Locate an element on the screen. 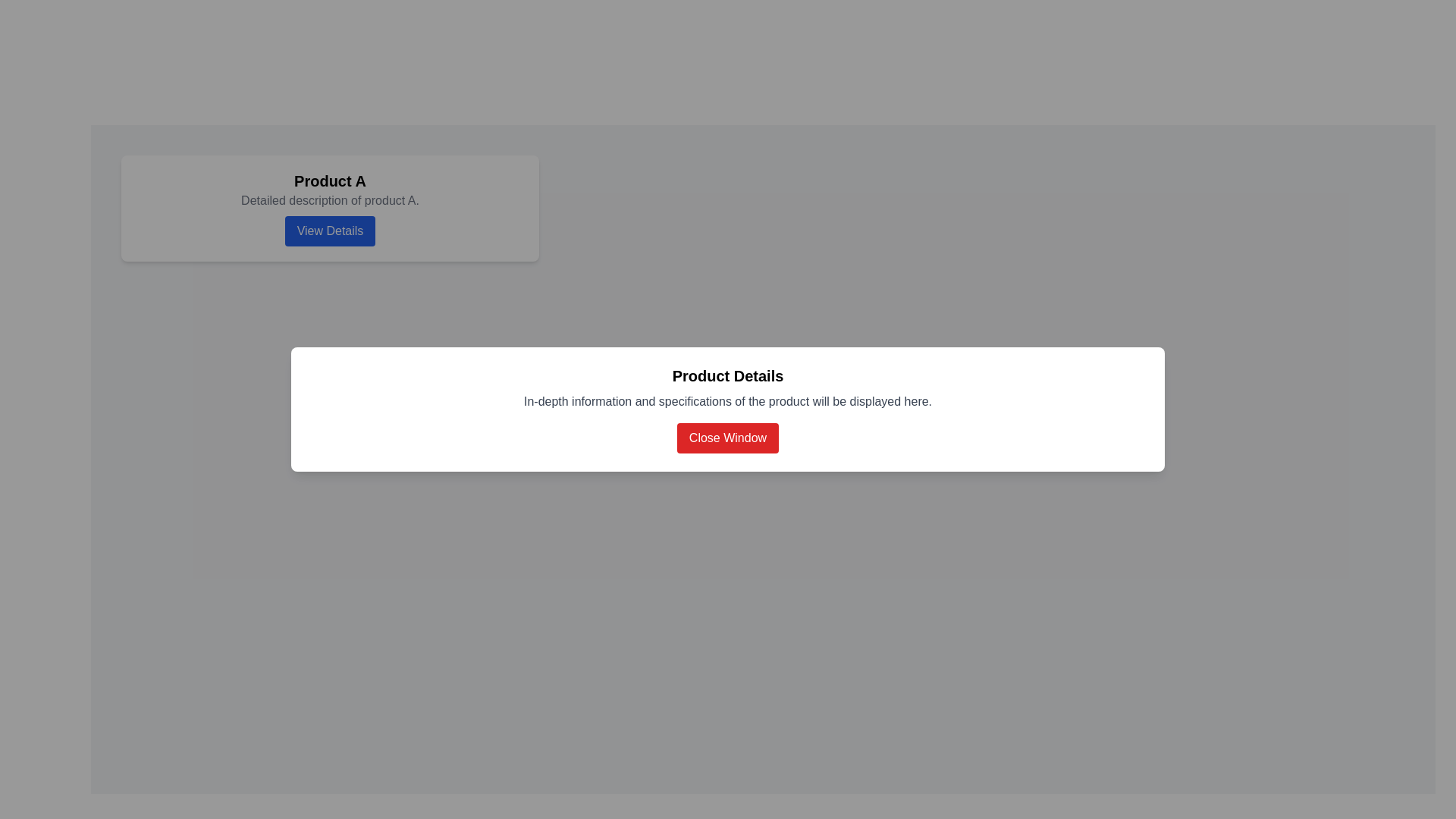 The height and width of the screenshot is (819, 1456). the 'View Details' button located on the first product card in the top left corner of the grid layout is located at coordinates (329, 208).